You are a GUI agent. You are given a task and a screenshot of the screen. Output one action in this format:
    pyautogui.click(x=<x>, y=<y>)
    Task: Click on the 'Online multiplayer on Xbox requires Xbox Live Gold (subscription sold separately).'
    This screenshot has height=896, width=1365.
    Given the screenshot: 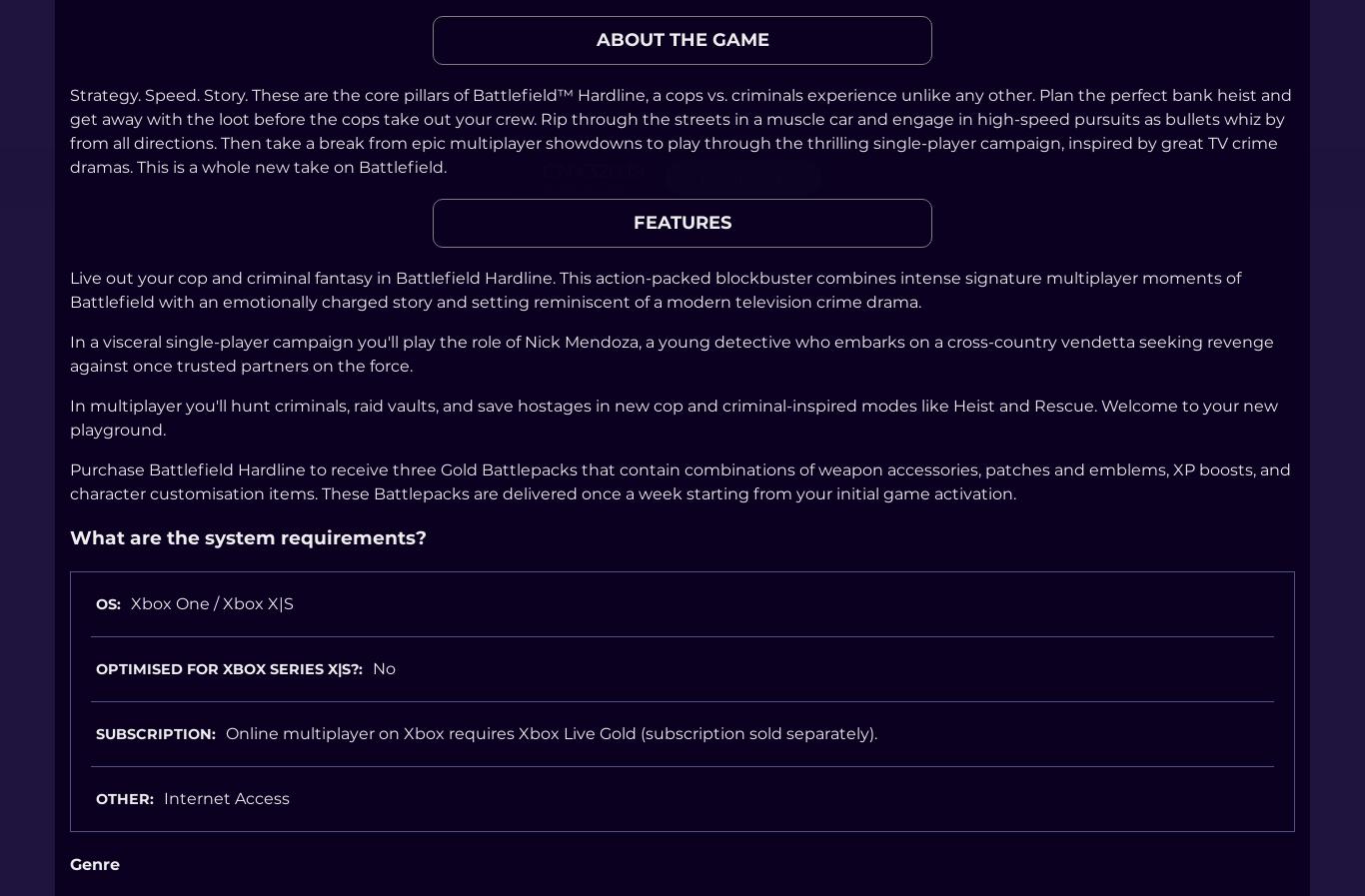 What is the action you would take?
    pyautogui.click(x=552, y=733)
    